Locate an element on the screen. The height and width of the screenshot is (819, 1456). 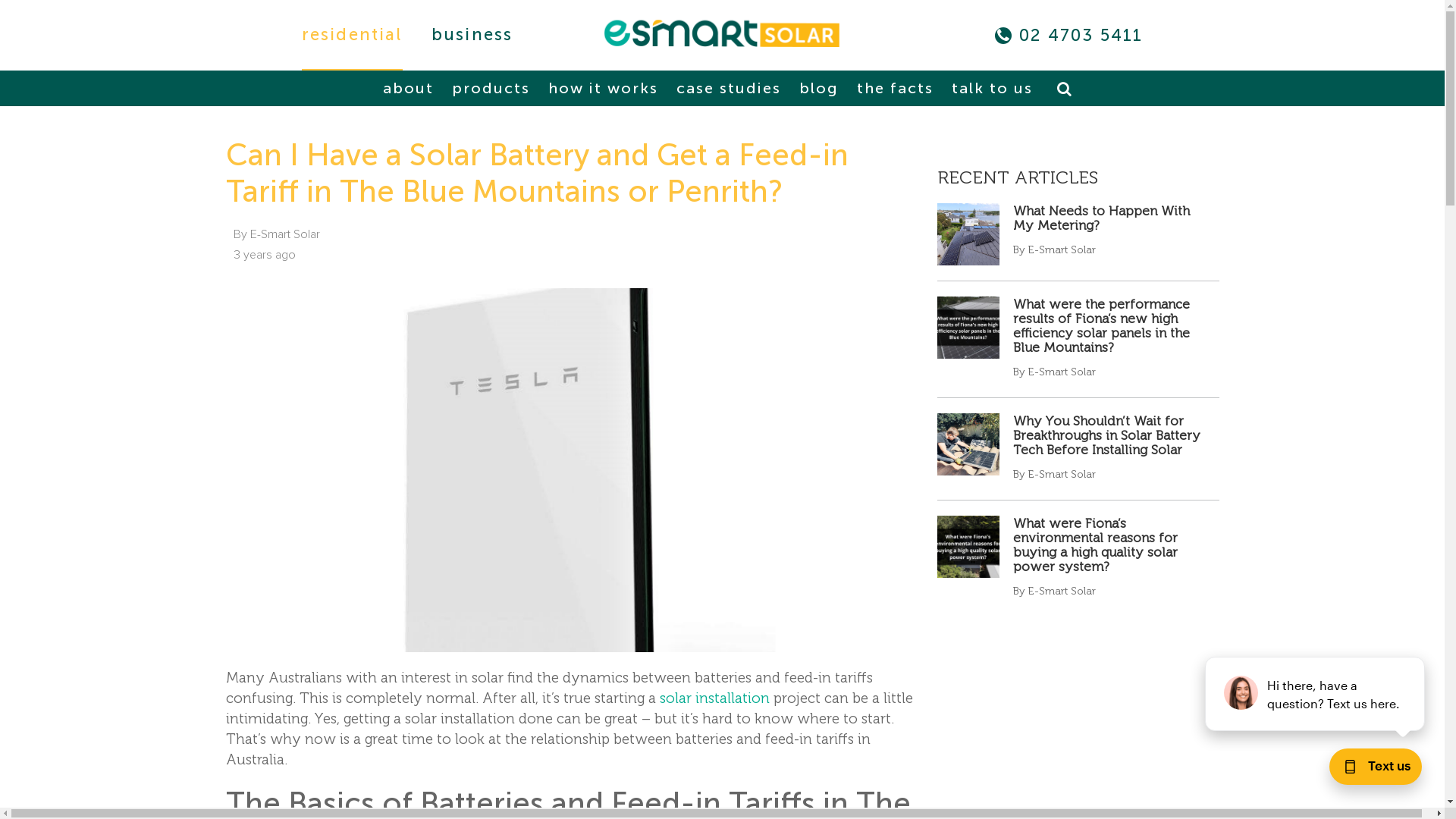
'podium webchat widget prompt' is located at coordinates (1314, 693).